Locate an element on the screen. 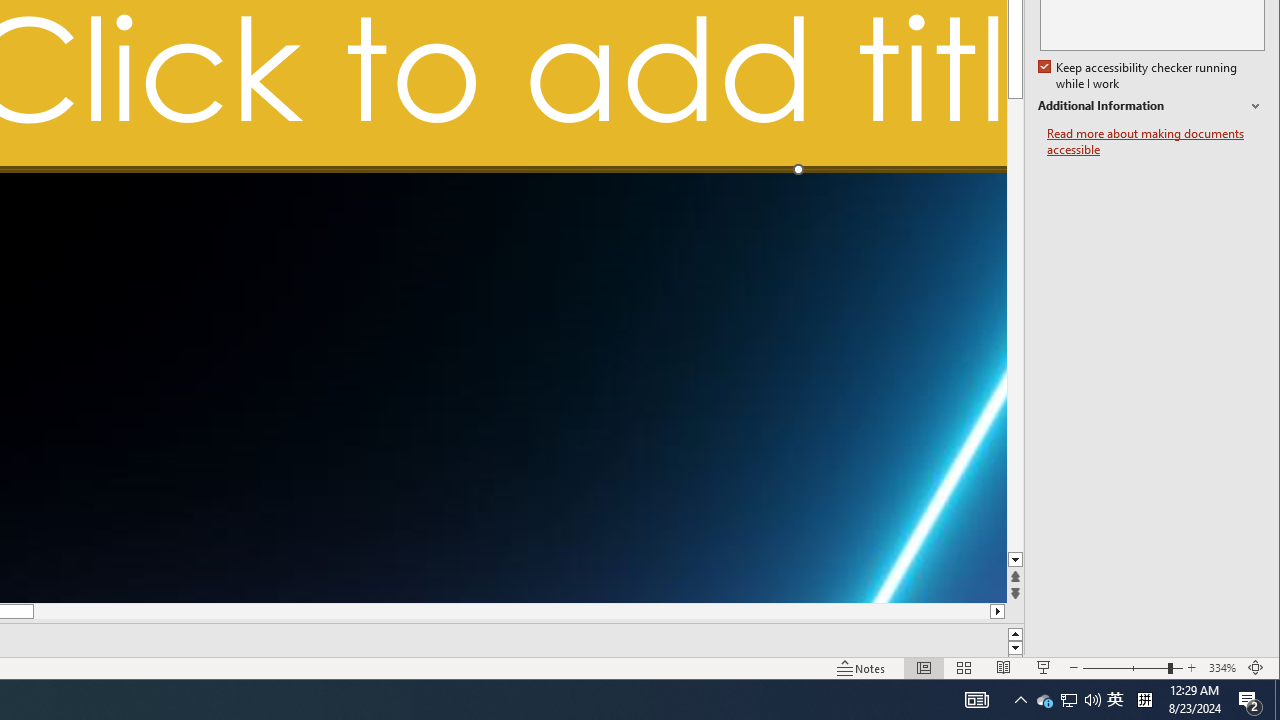  'Normal' is located at coordinates (861, 668).